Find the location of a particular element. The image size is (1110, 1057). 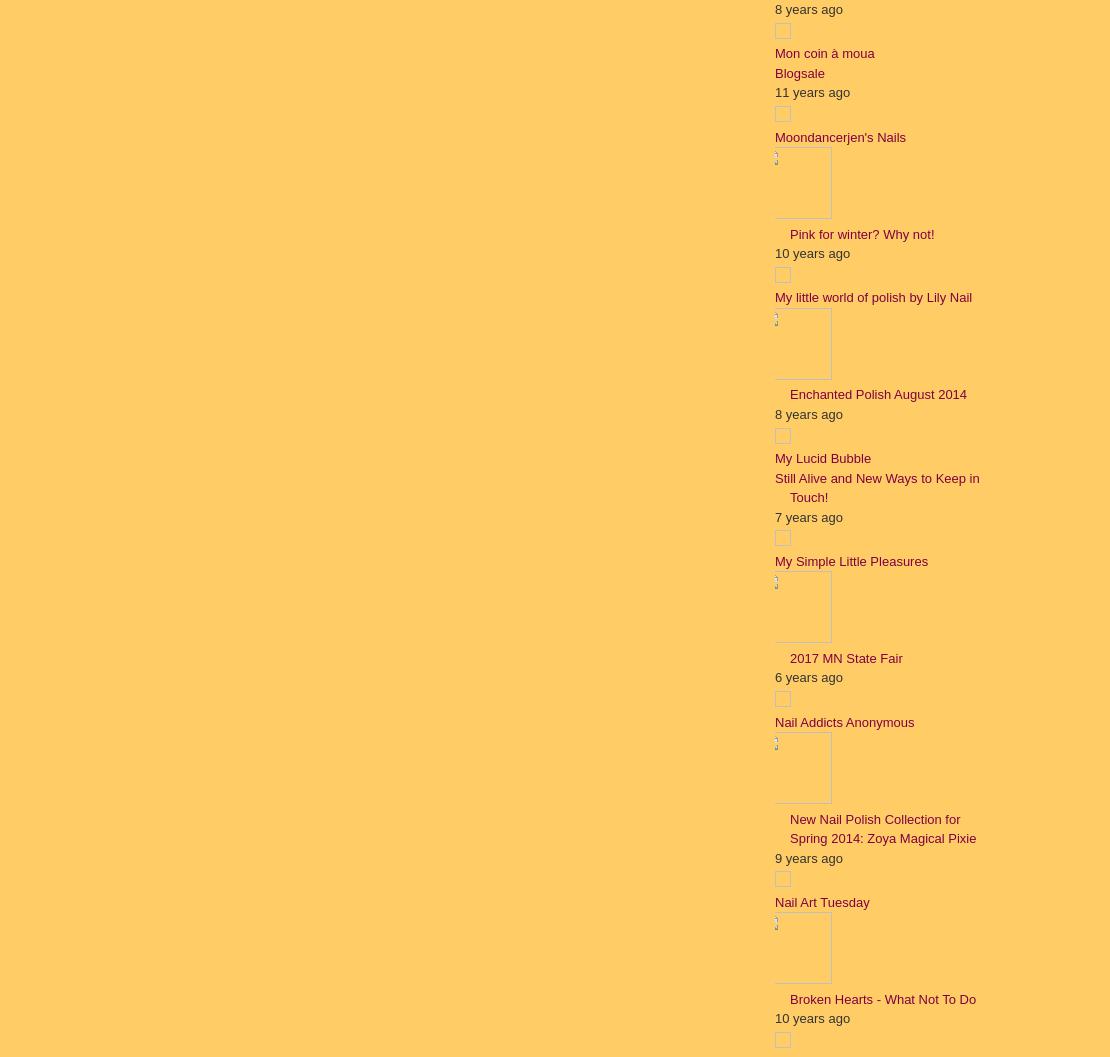

'Nail Addicts Anonymous' is located at coordinates (774, 720).